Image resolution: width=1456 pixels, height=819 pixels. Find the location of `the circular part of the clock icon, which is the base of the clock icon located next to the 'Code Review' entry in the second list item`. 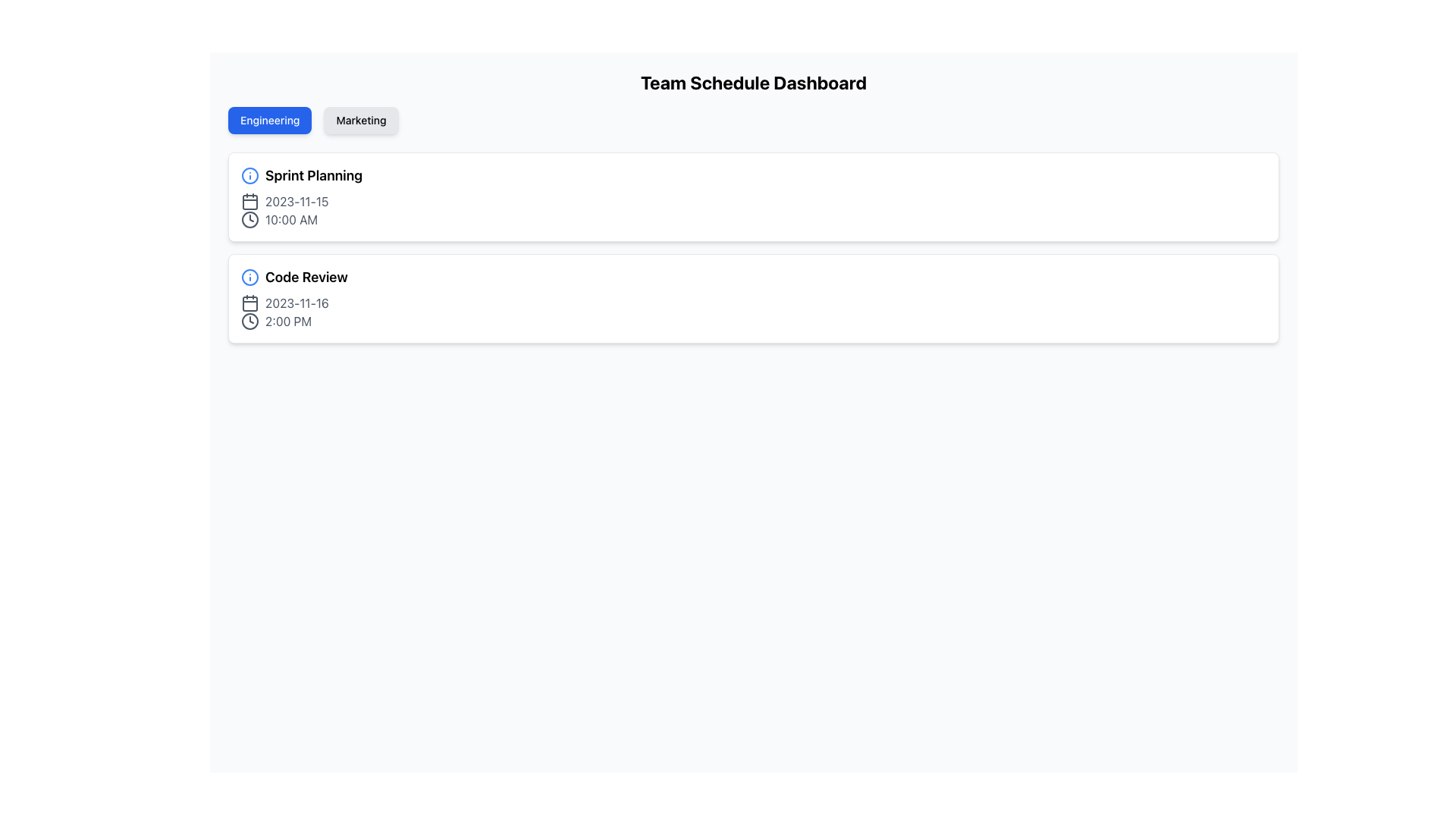

the circular part of the clock icon, which is the base of the clock icon located next to the 'Code Review' entry in the second list item is located at coordinates (250, 321).